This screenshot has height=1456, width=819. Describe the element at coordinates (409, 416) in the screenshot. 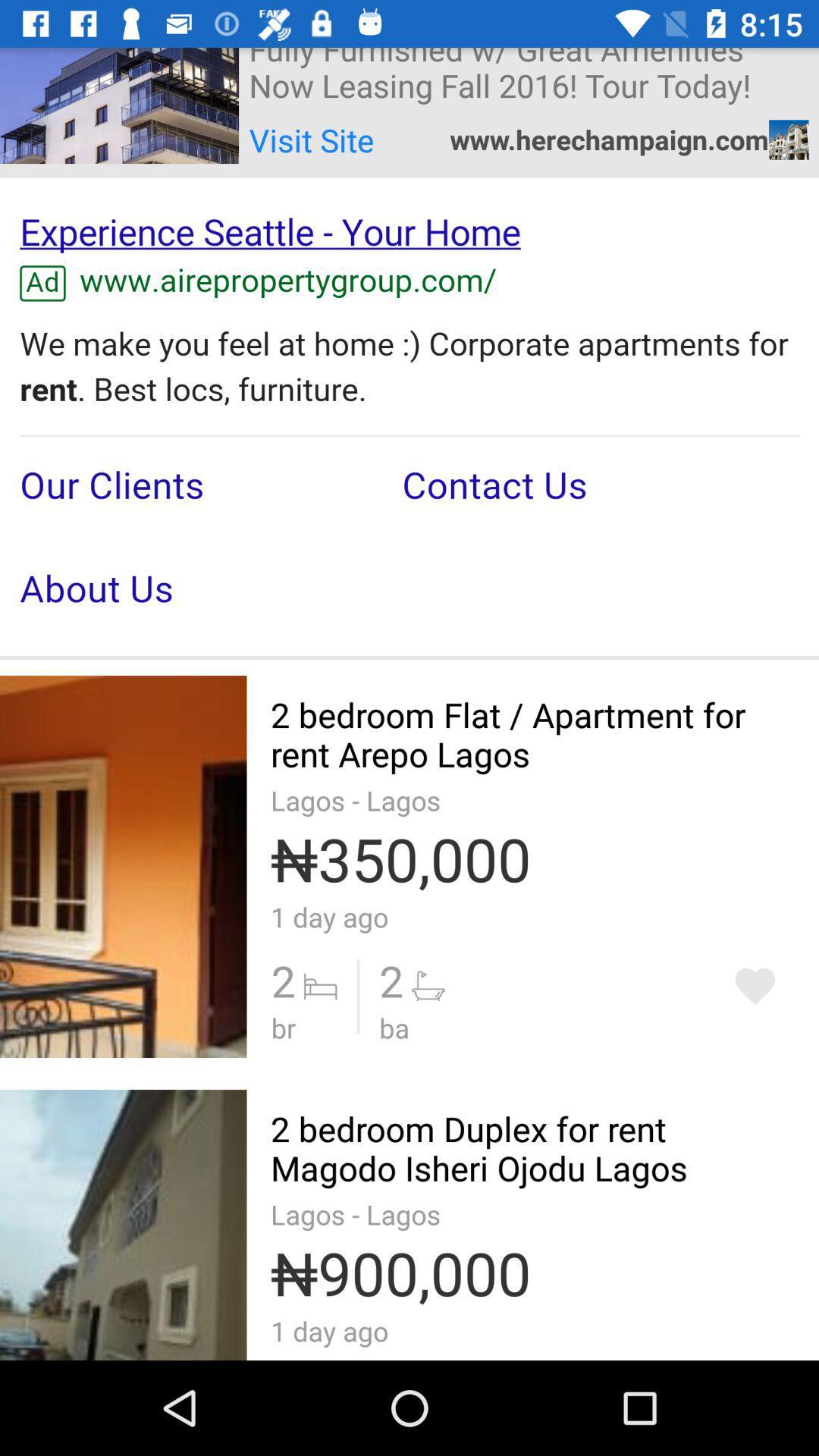

I see `seeing in the paragraph` at that location.